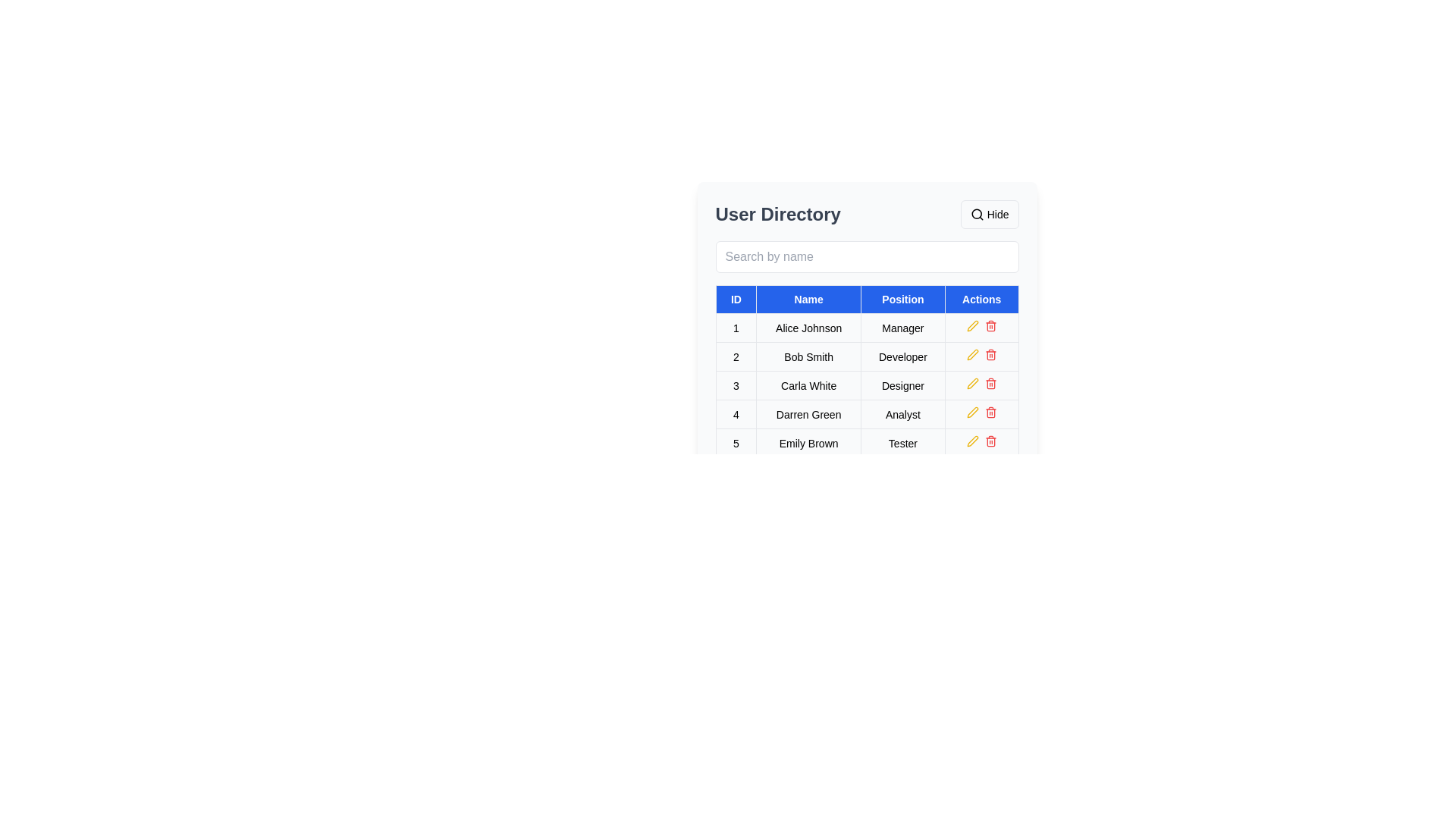  I want to click on the table cell containing the text '2', located in the first column under the 'ID' header, in the second row corresponding to the entry 'Bob Smith, Developer', so click(736, 356).